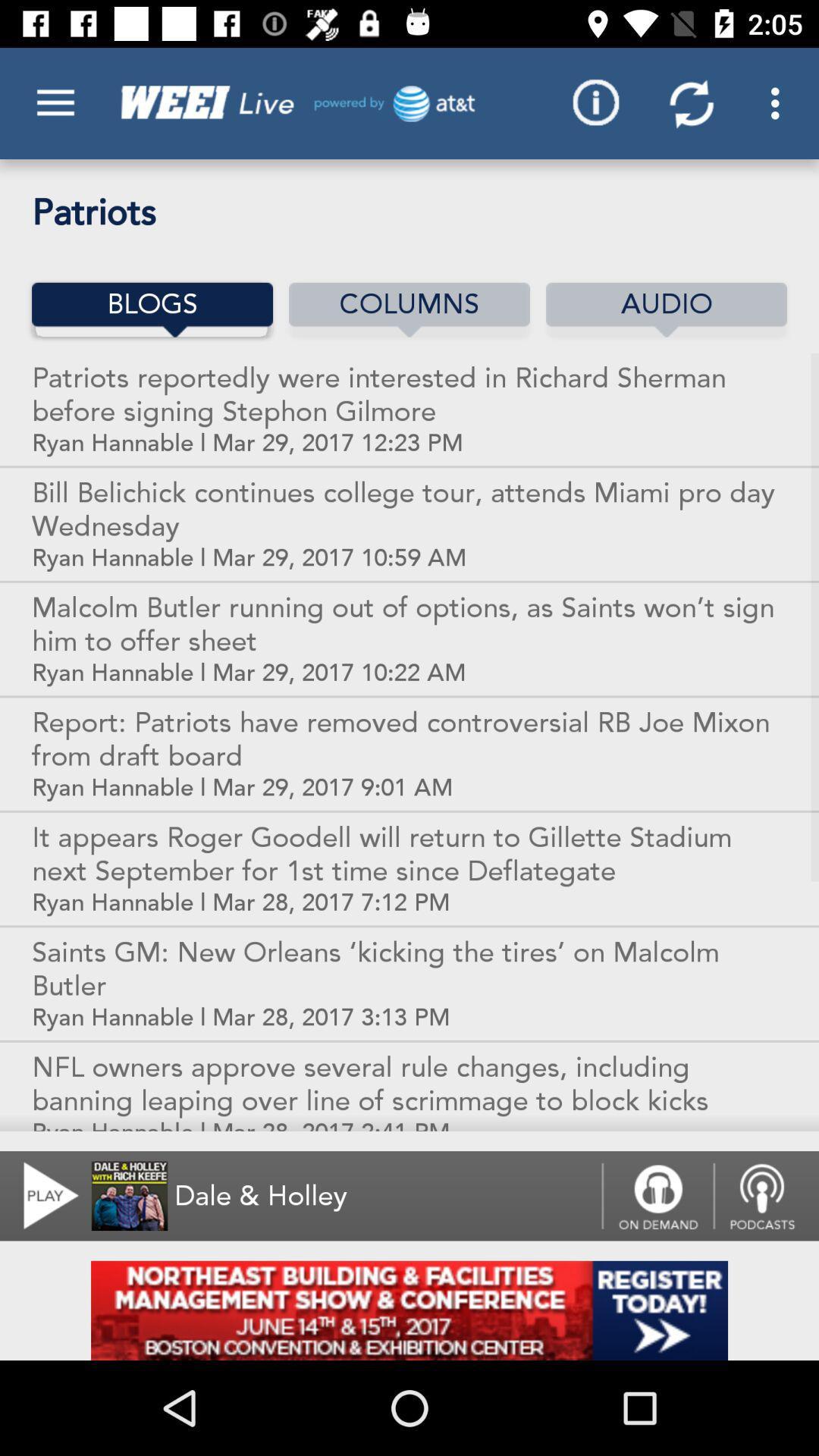 This screenshot has width=819, height=1456. Describe the element at coordinates (657, 1195) in the screenshot. I see `the lock icon` at that location.